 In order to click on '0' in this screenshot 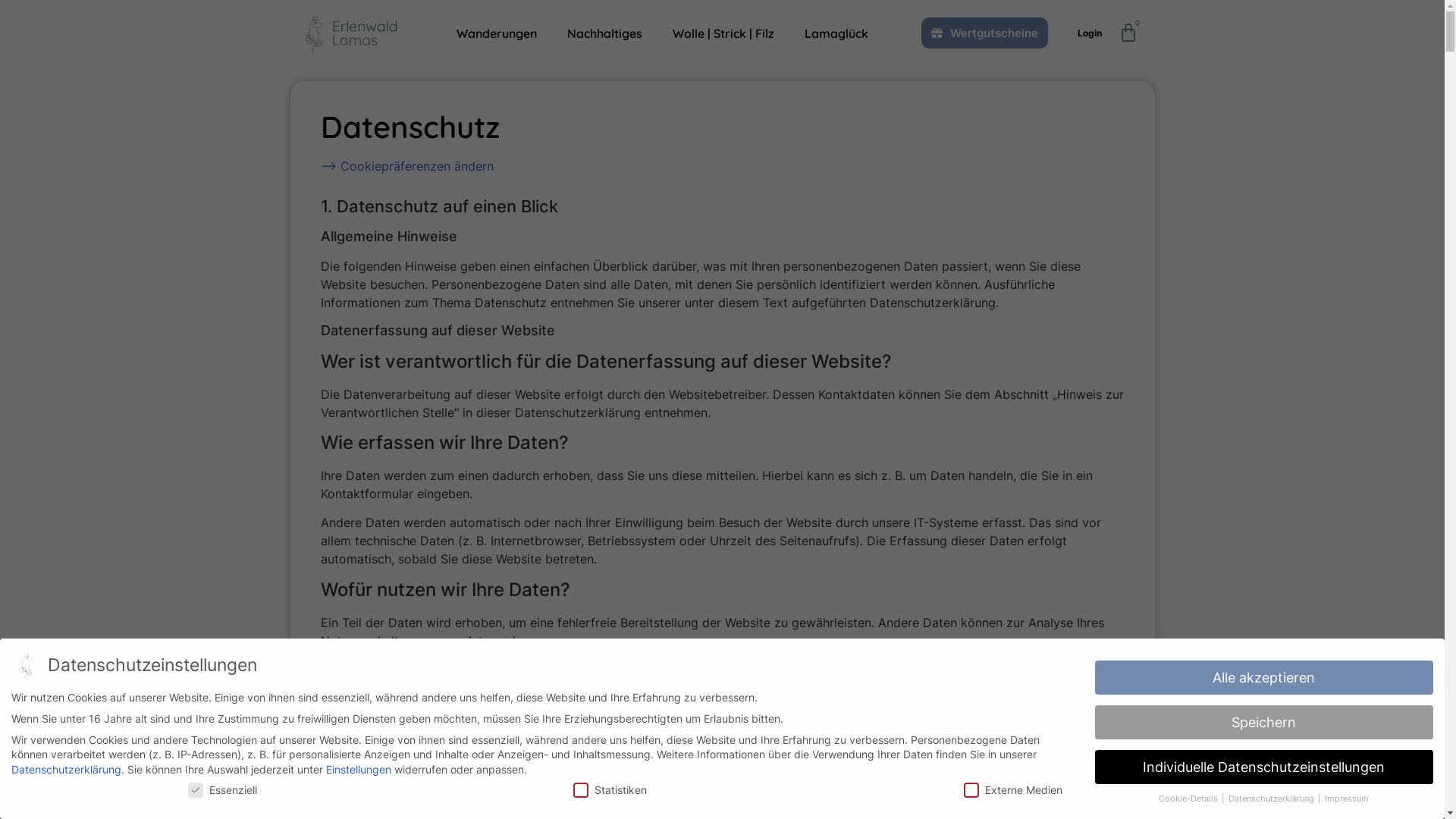, I will do `click(1128, 32)`.